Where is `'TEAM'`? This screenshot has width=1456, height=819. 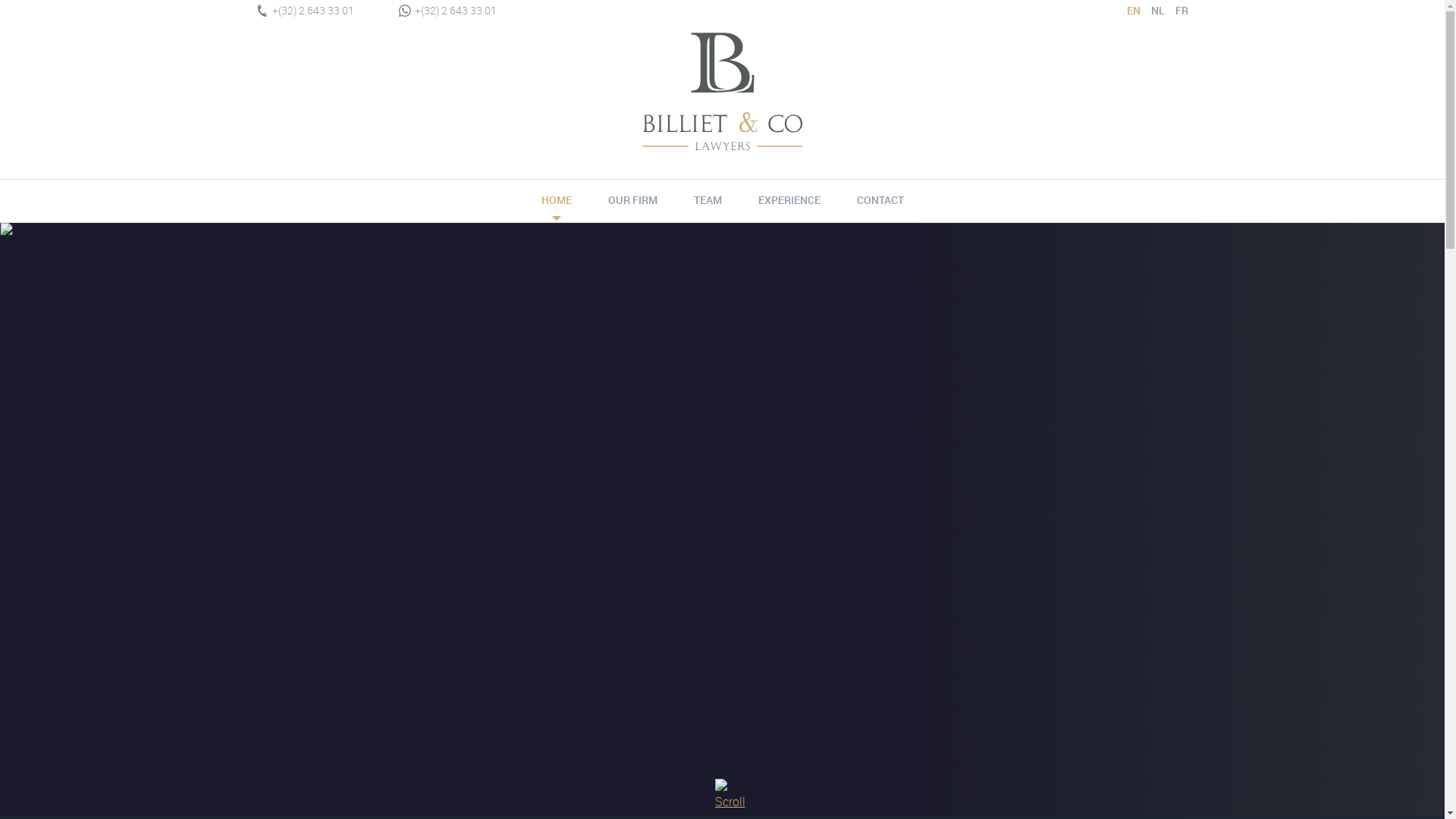 'TEAM' is located at coordinates (706, 199).